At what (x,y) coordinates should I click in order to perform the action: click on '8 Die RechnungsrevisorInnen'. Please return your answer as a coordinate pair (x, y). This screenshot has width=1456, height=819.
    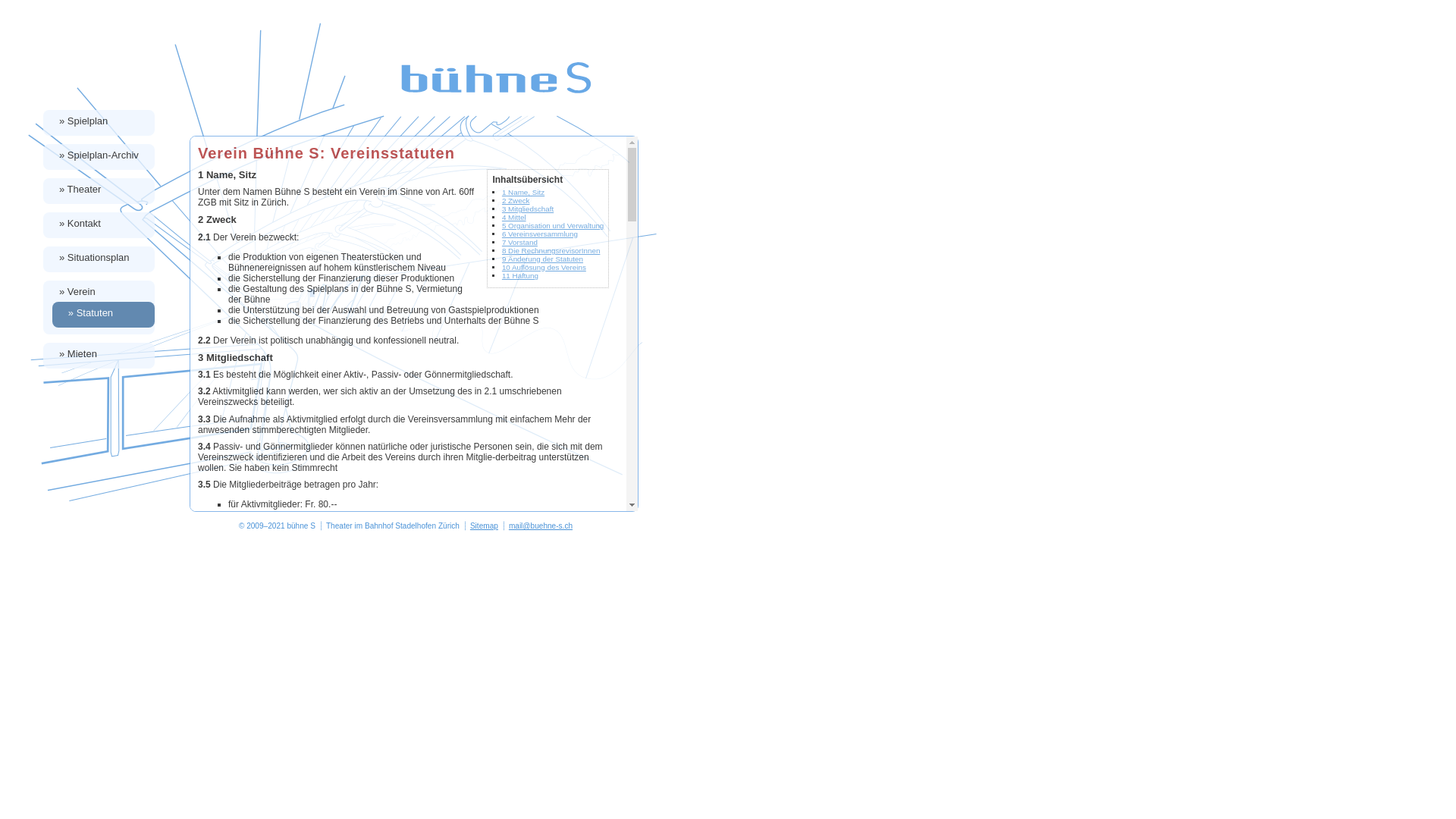
    Looking at the image, I should click on (550, 249).